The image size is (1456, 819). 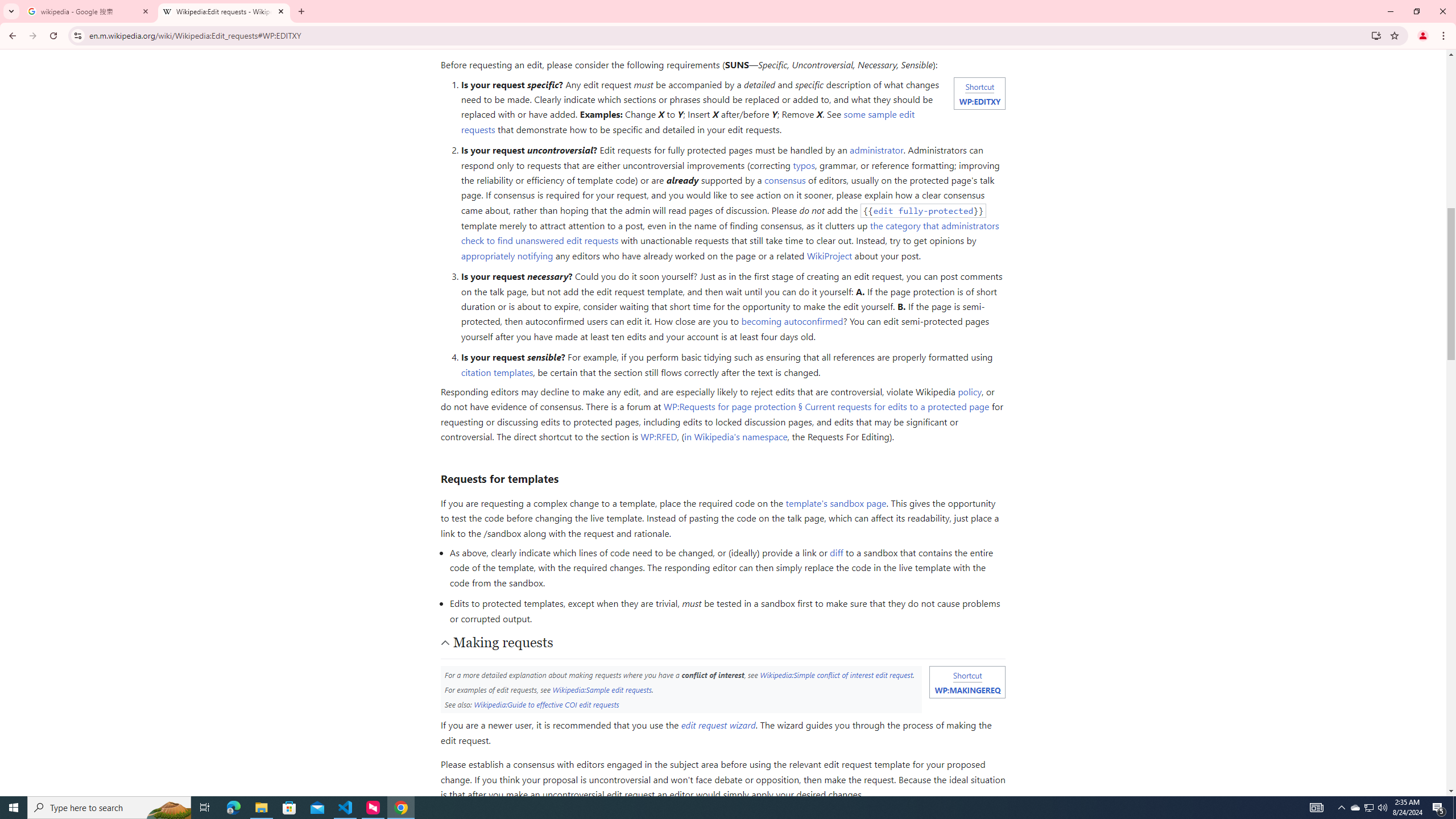 What do you see at coordinates (1376, 35) in the screenshot?
I see `'Install Wikipedia'` at bounding box center [1376, 35].